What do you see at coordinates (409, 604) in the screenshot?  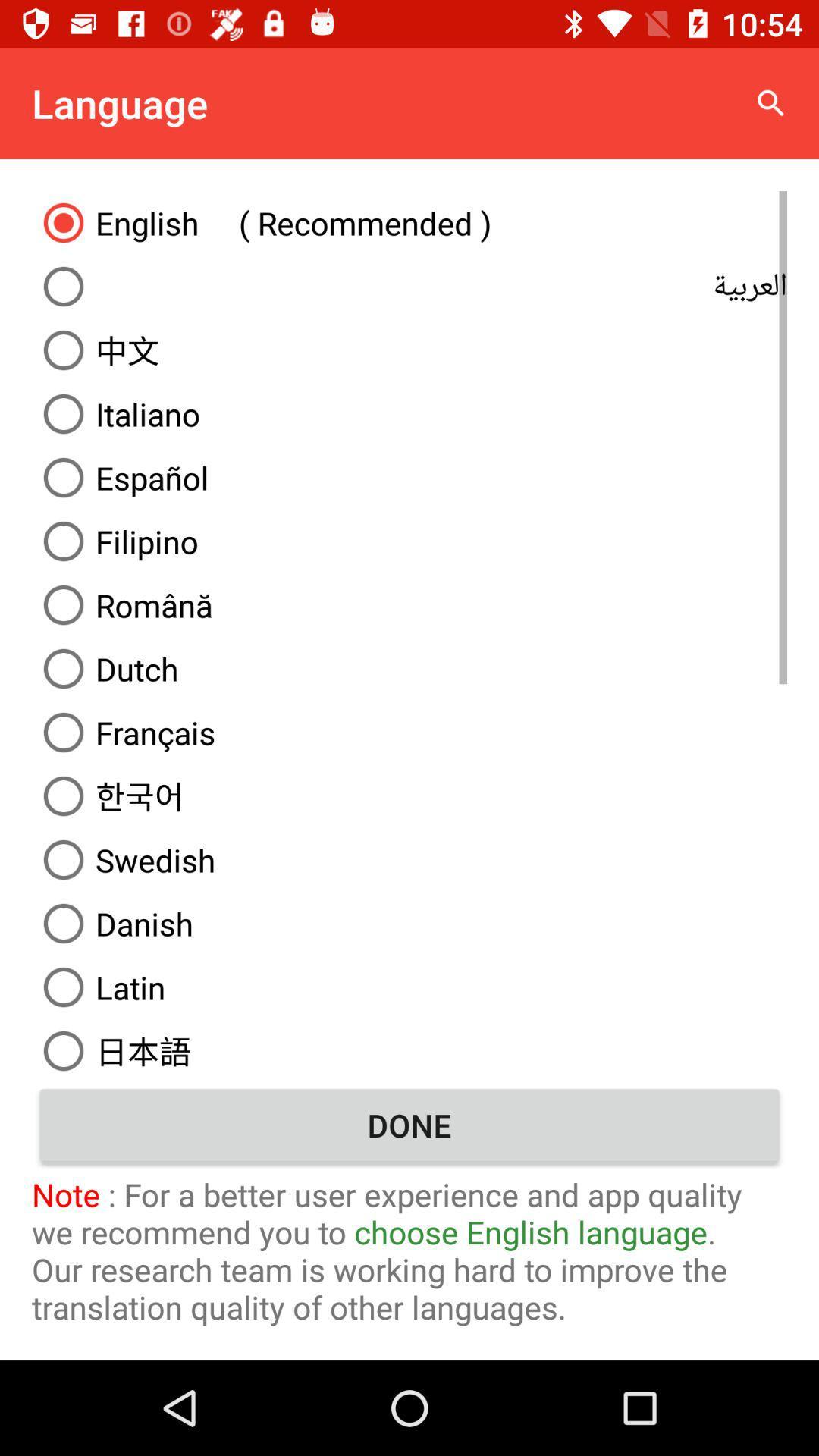 I see `icon above dutch` at bounding box center [409, 604].